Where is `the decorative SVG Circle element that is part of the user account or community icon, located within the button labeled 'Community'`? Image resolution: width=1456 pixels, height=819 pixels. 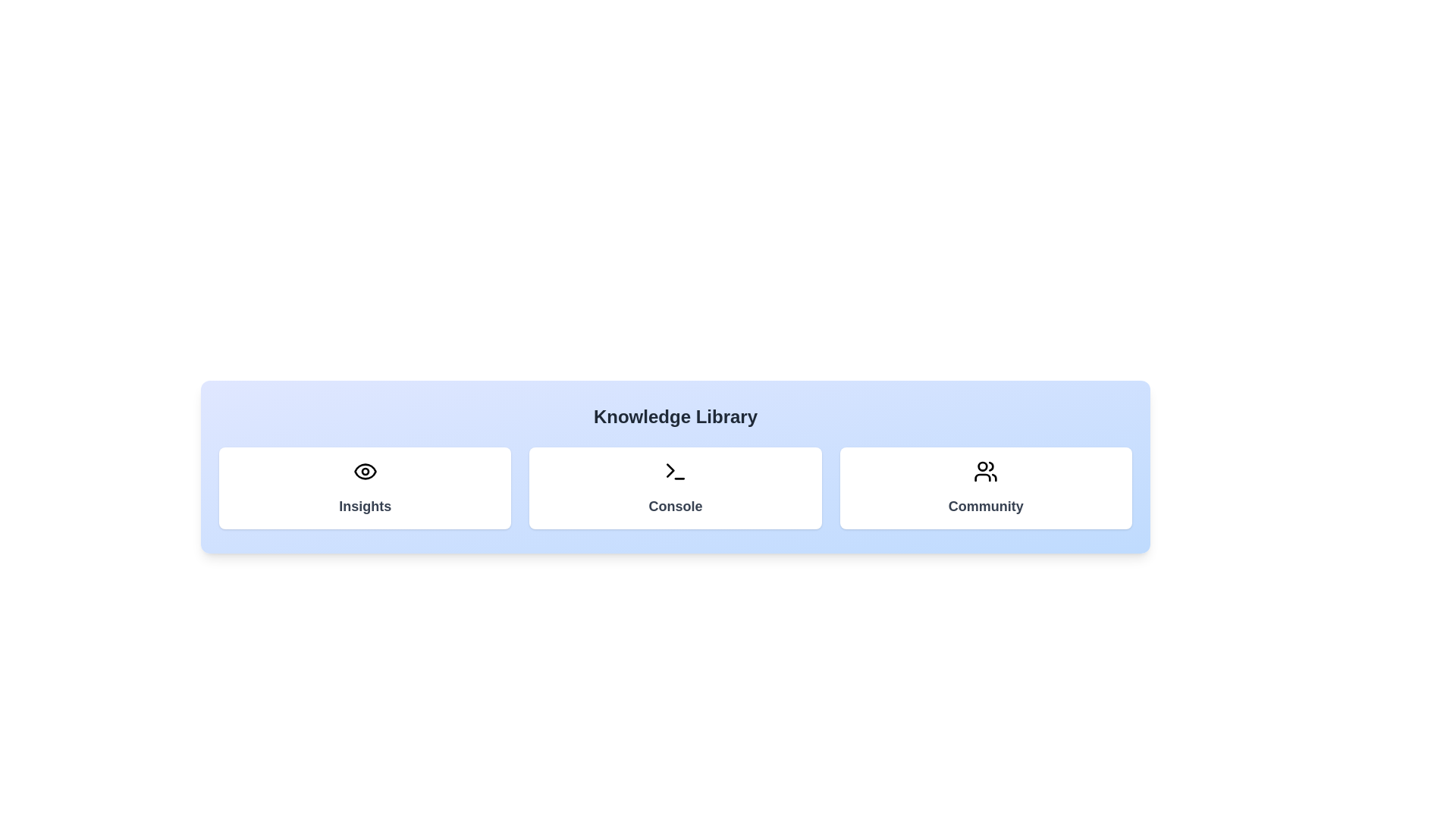 the decorative SVG Circle element that is part of the user account or community icon, located within the button labeled 'Community' is located at coordinates (983, 466).